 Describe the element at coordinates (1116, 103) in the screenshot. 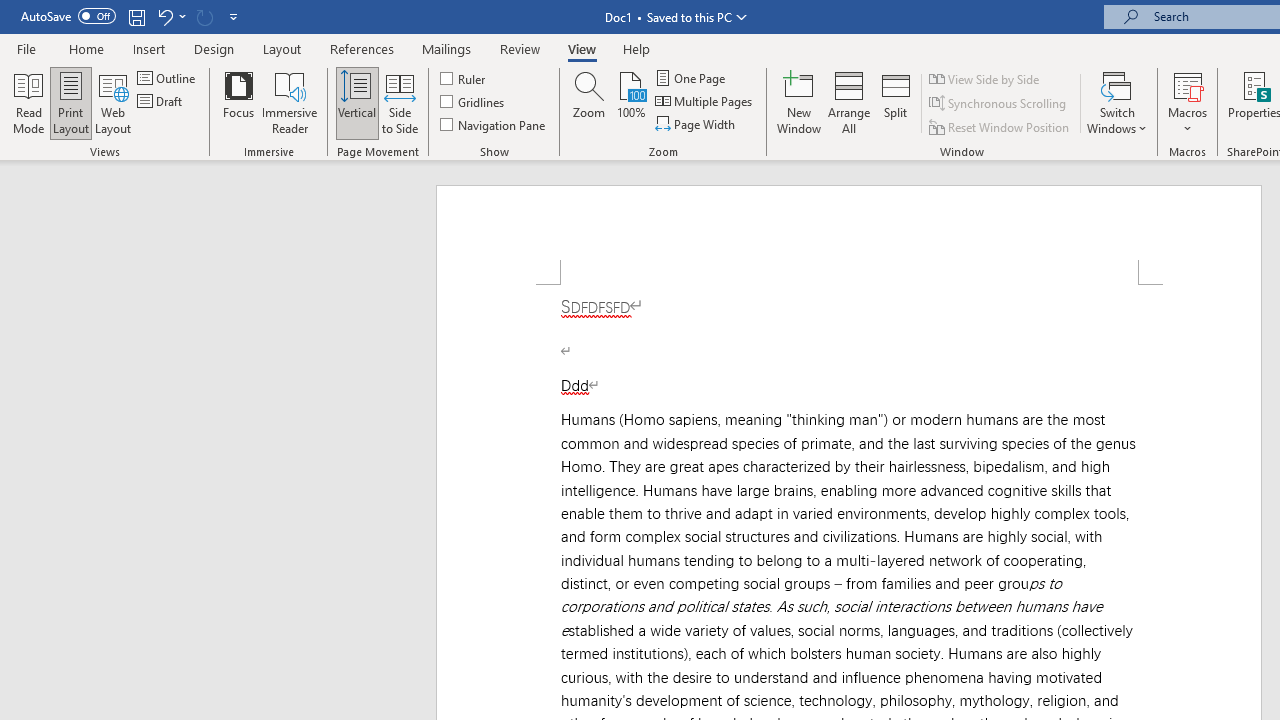

I see `'Switch Windows'` at that location.